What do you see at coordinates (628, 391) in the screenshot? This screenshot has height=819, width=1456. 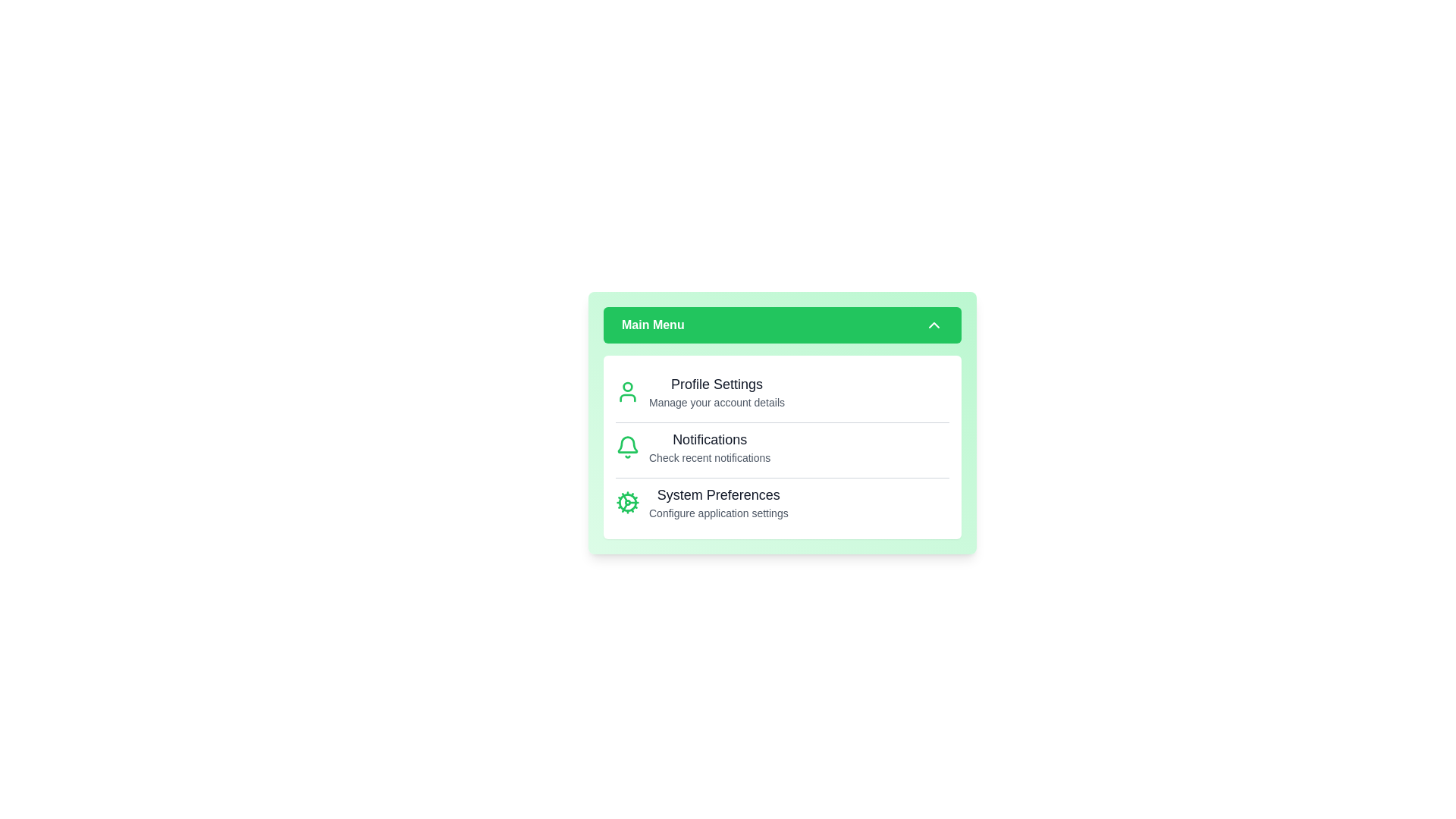 I see `the icon for Profile Settings to interact with it` at bounding box center [628, 391].